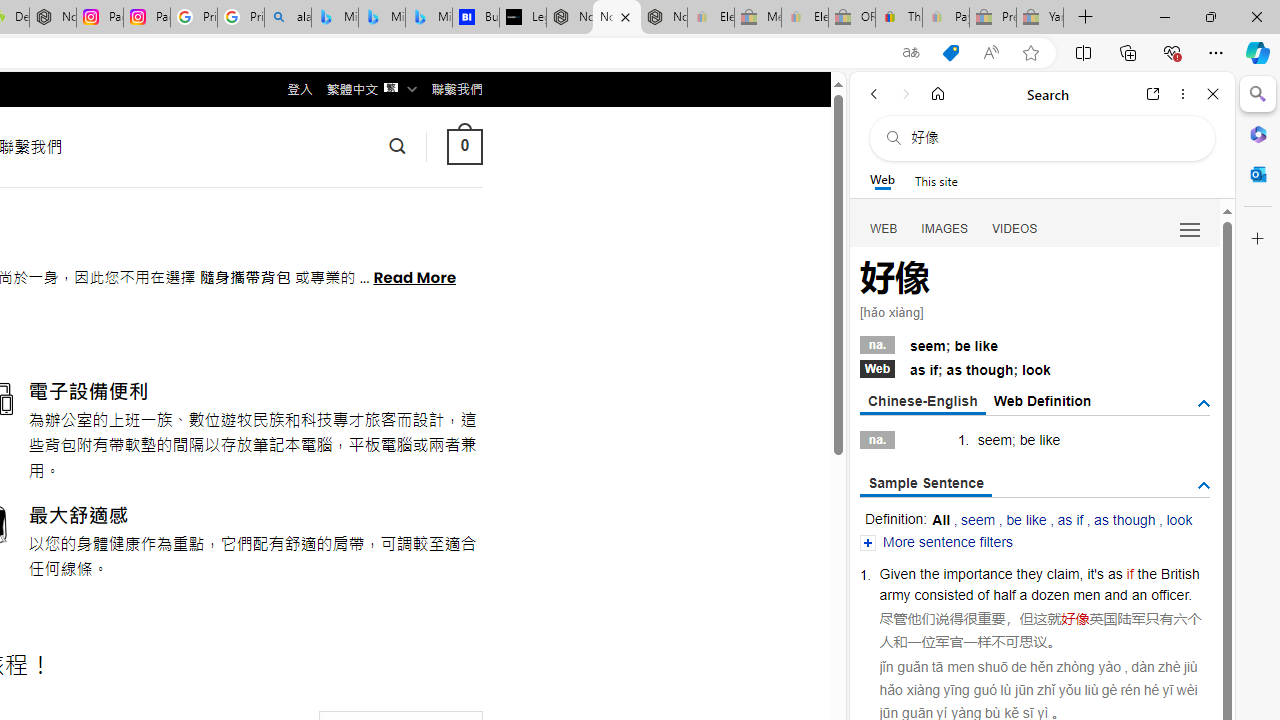 Image resolution: width=1280 pixels, height=720 pixels. Describe the element at coordinates (1202, 404) in the screenshot. I see `'AutomationID: tgdef'` at that location.